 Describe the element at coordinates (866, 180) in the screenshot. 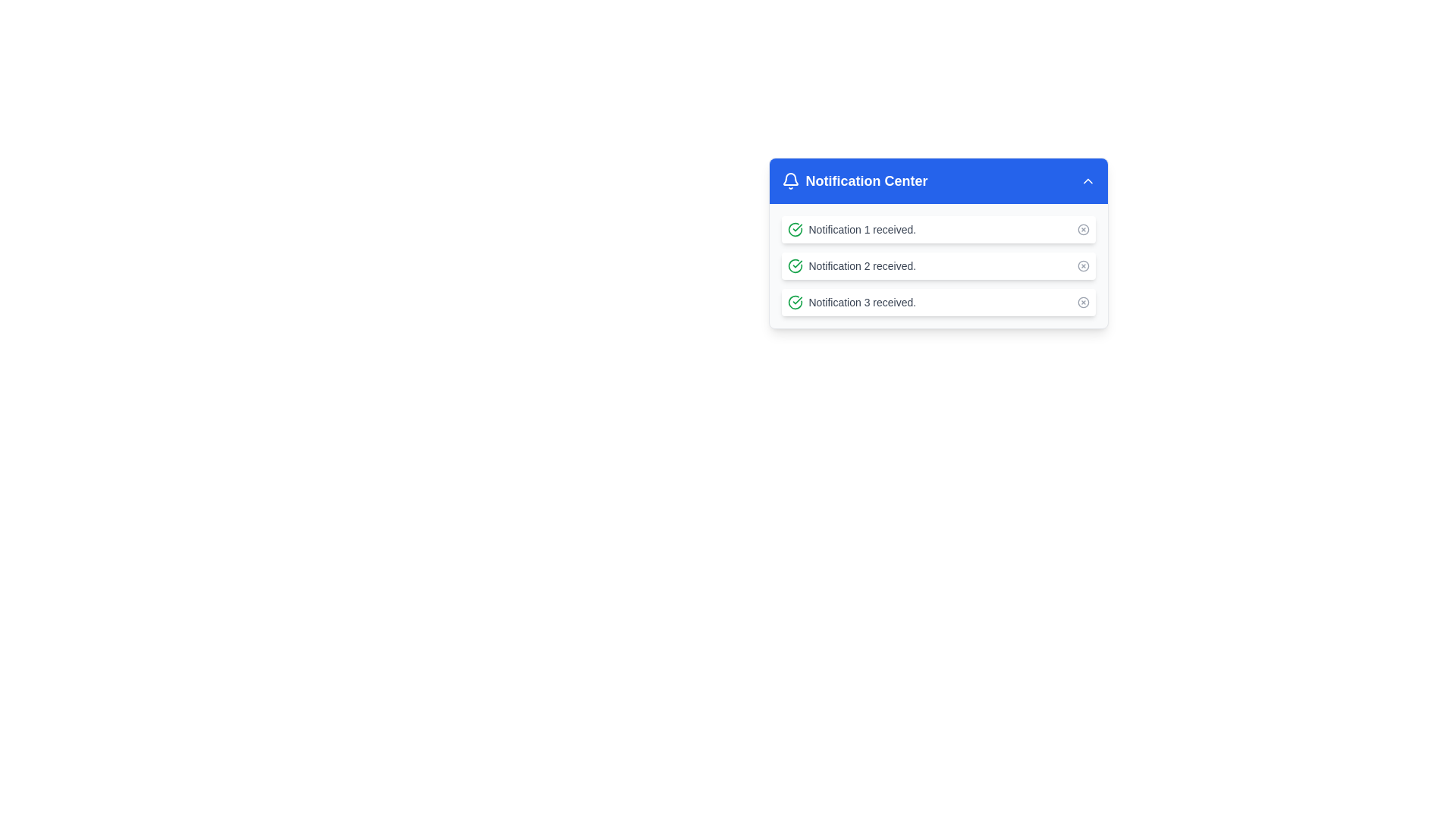

I see `the 'Notification Center' text label, which is styled with white text on a blue background and is part of the header of the notification section` at that location.